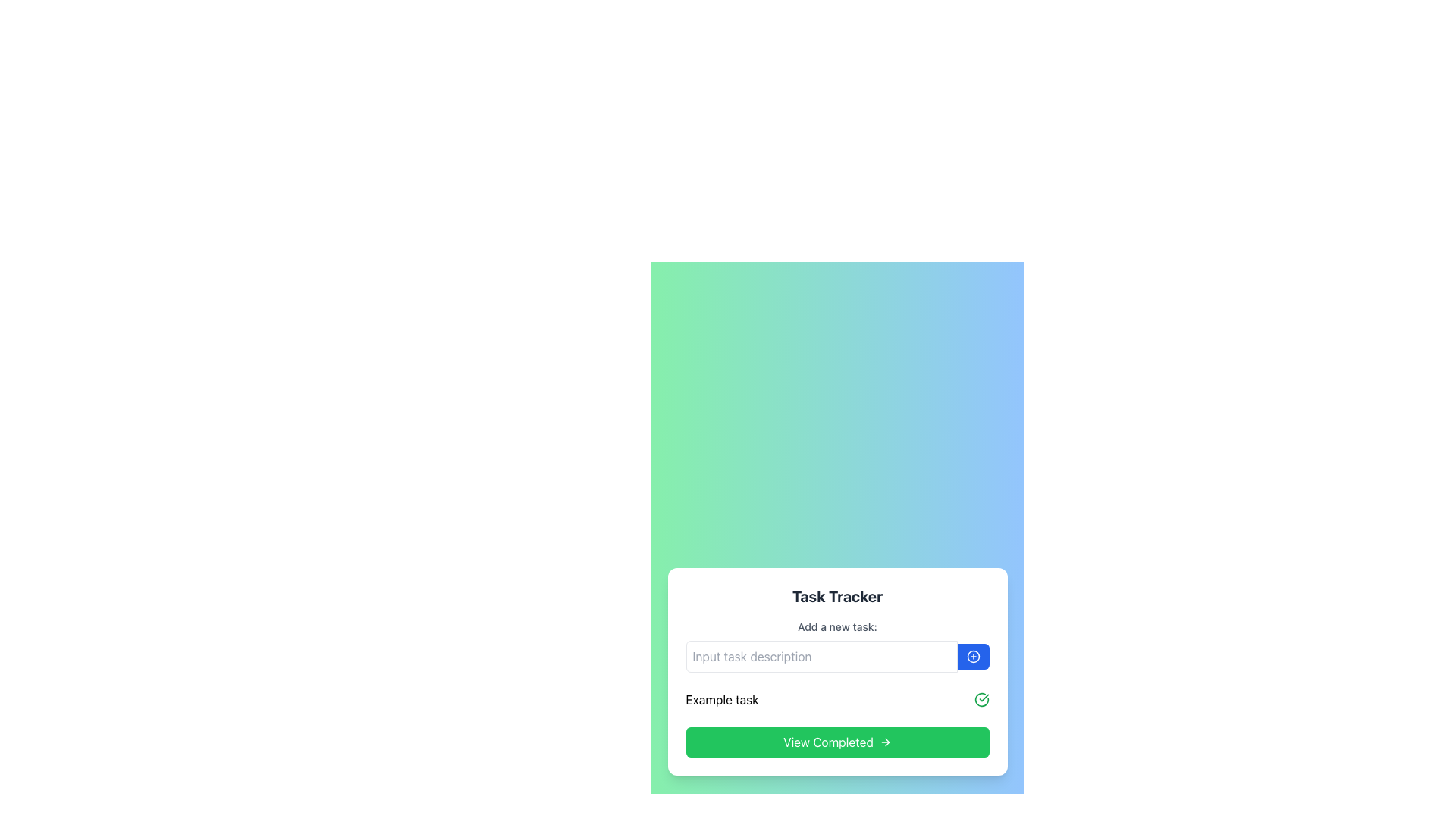 The image size is (1456, 819). Describe the element at coordinates (885, 742) in the screenshot. I see `the right arrow icon located at the right side of the 'View Completed' green button` at that location.